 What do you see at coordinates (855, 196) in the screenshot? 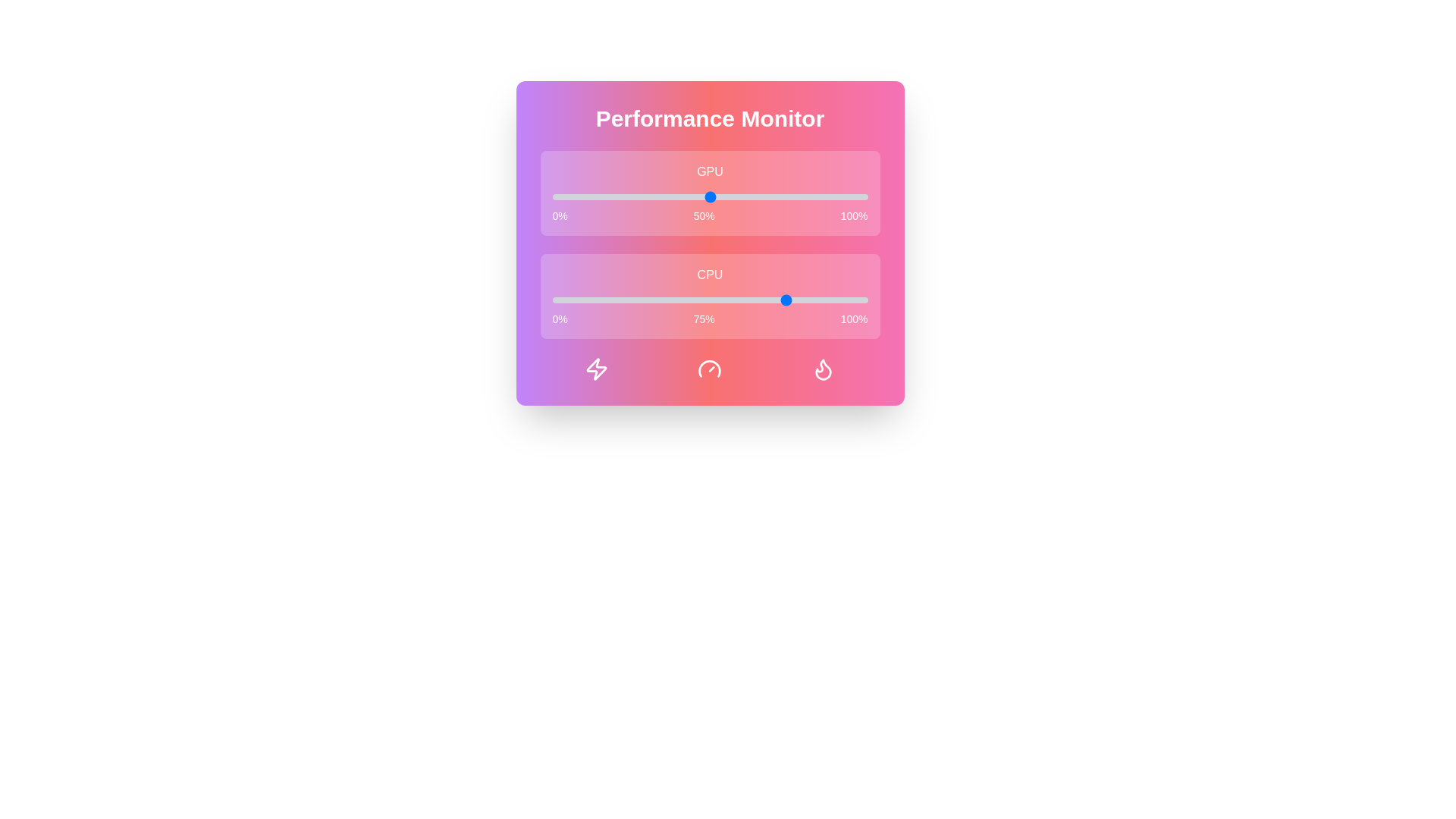
I see `the GPU performance slider to 96%` at bounding box center [855, 196].